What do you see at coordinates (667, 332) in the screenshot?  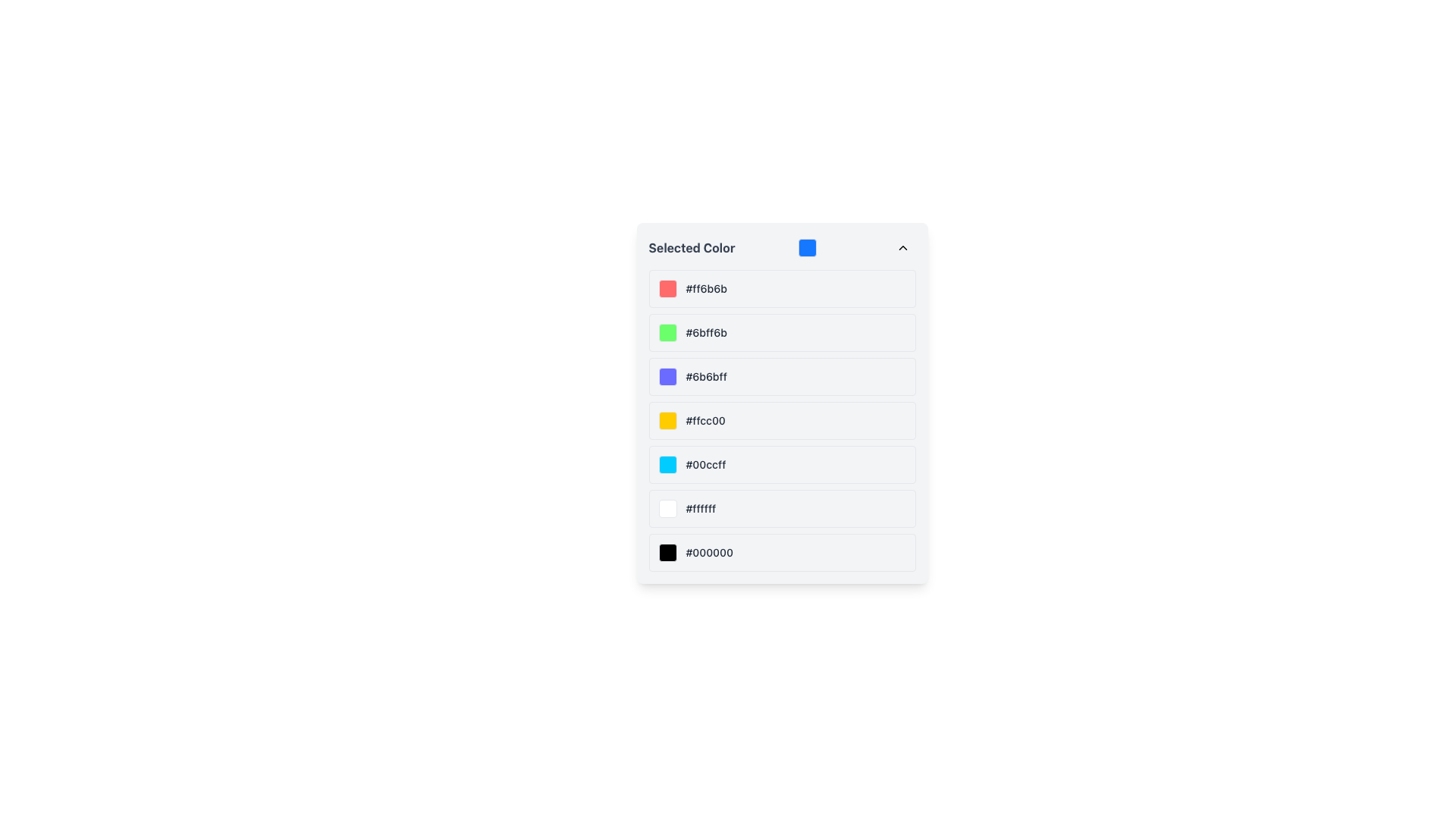 I see `the small green color indicator swatch with a gray border located on the left side of the descriptive text '#6bff6b'` at bounding box center [667, 332].